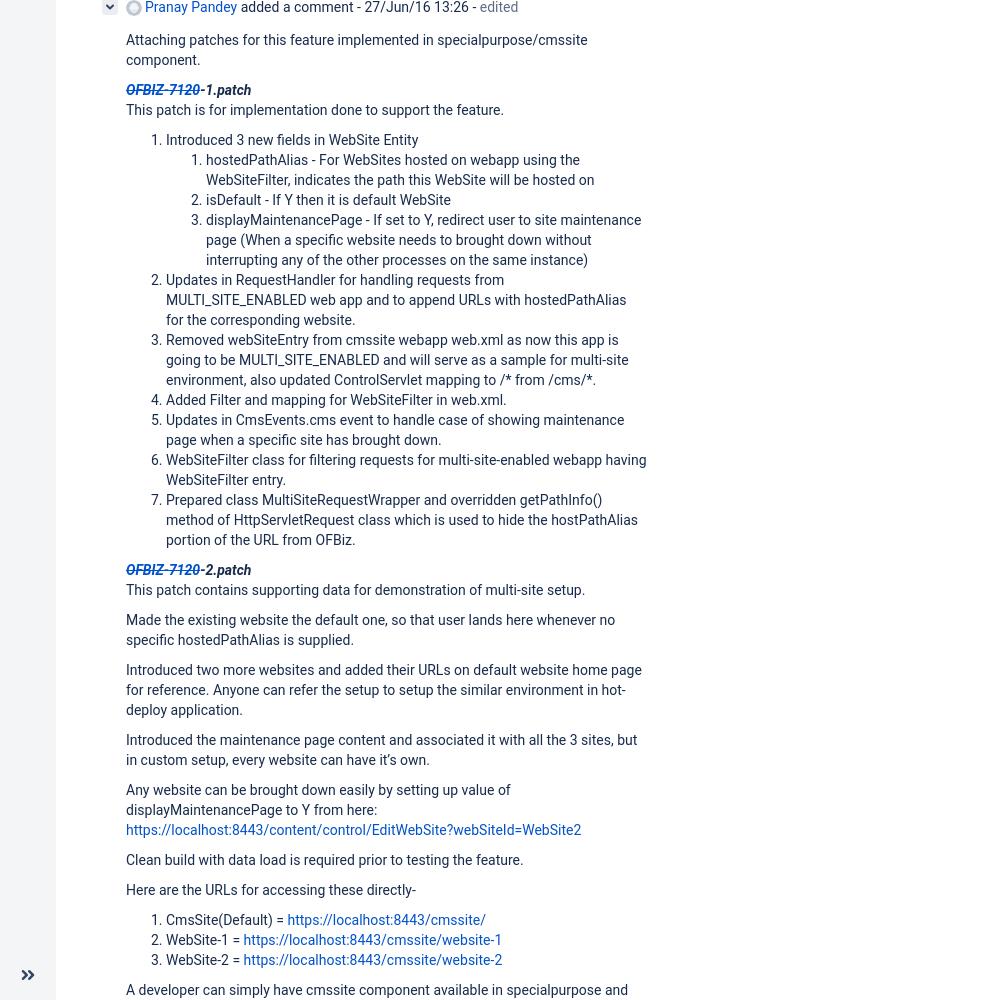  What do you see at coordinates (314, 108) in the screenshot?
I see `'This patch is for implementation done to support the feature.'` at bounding box center [314, 108].